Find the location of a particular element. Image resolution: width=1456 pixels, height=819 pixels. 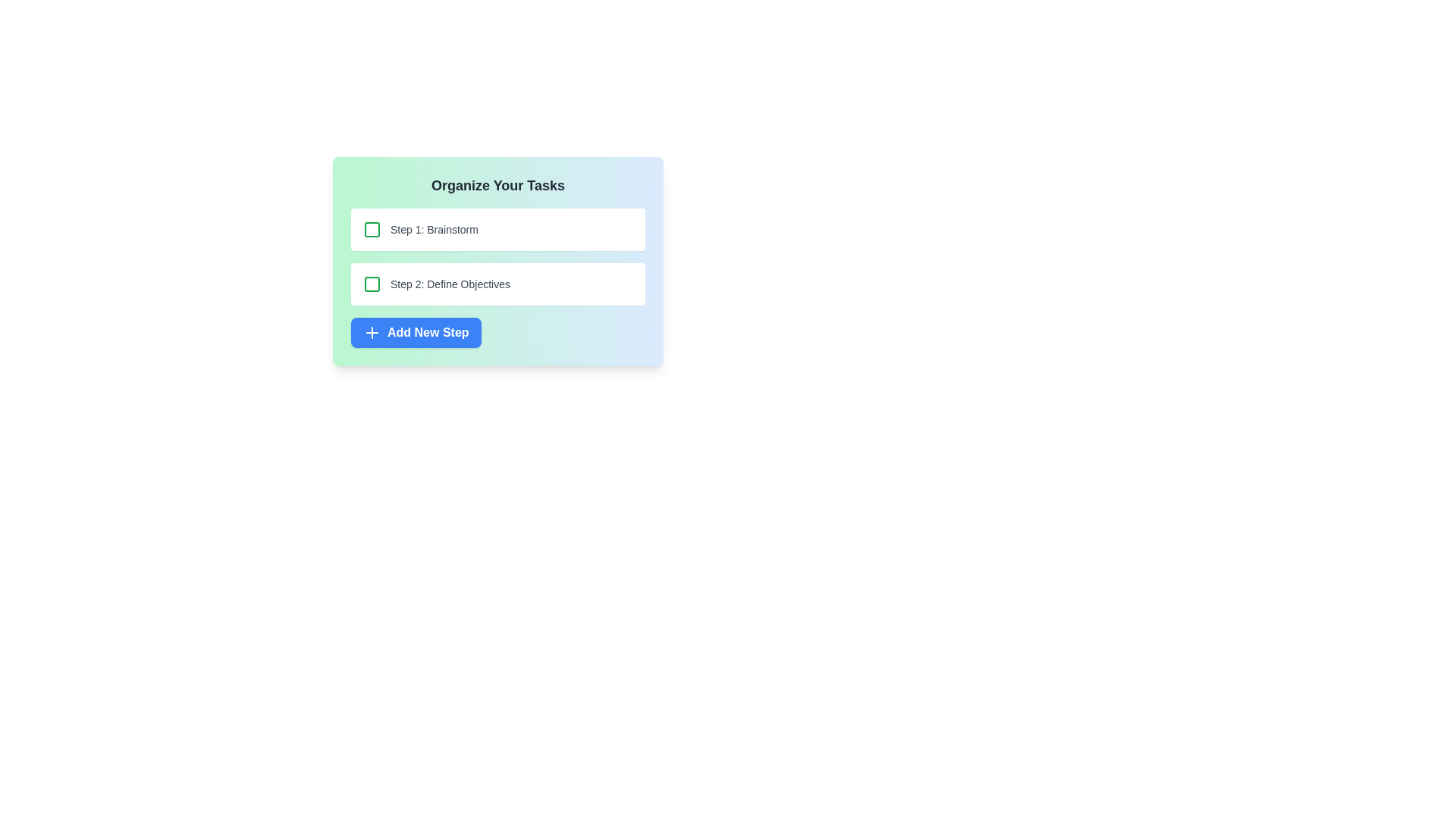

the text label 'Add New Step' which is displayed in white font within a blue rectangular button located at the bottom-left corner of a card interface is located at coordinates (427, 332).